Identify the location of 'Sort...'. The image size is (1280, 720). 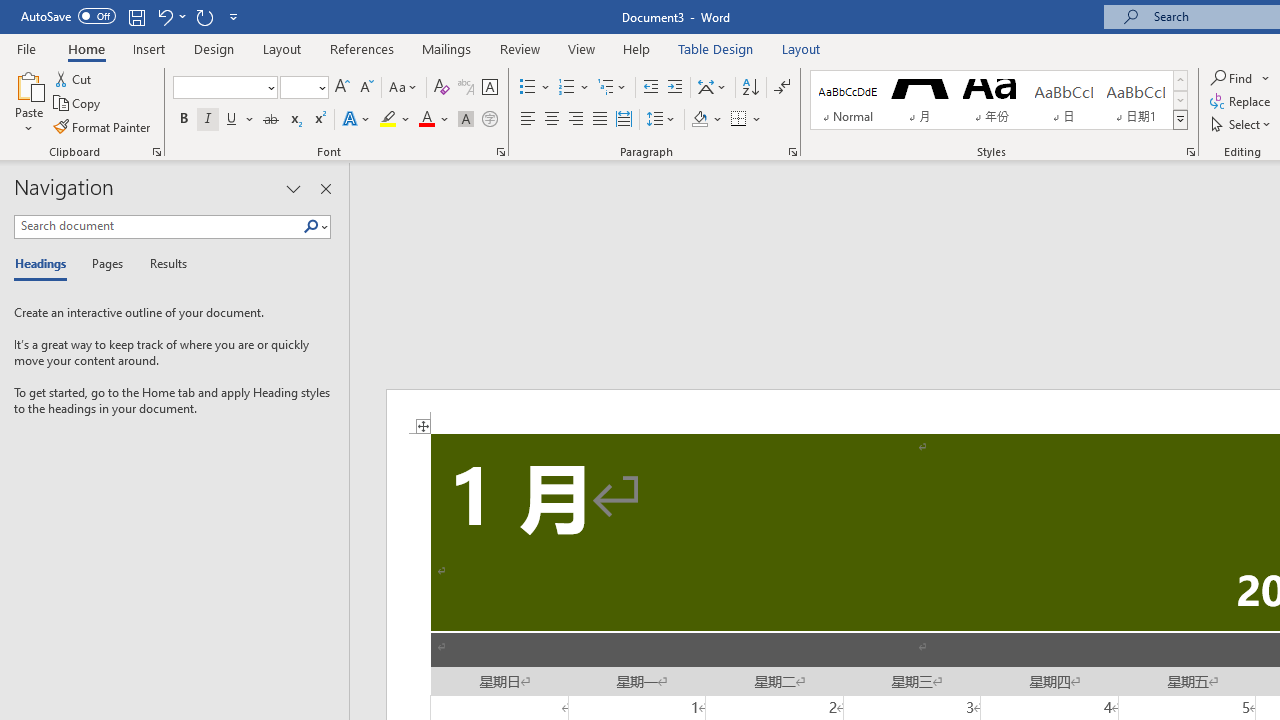
(749, 86).